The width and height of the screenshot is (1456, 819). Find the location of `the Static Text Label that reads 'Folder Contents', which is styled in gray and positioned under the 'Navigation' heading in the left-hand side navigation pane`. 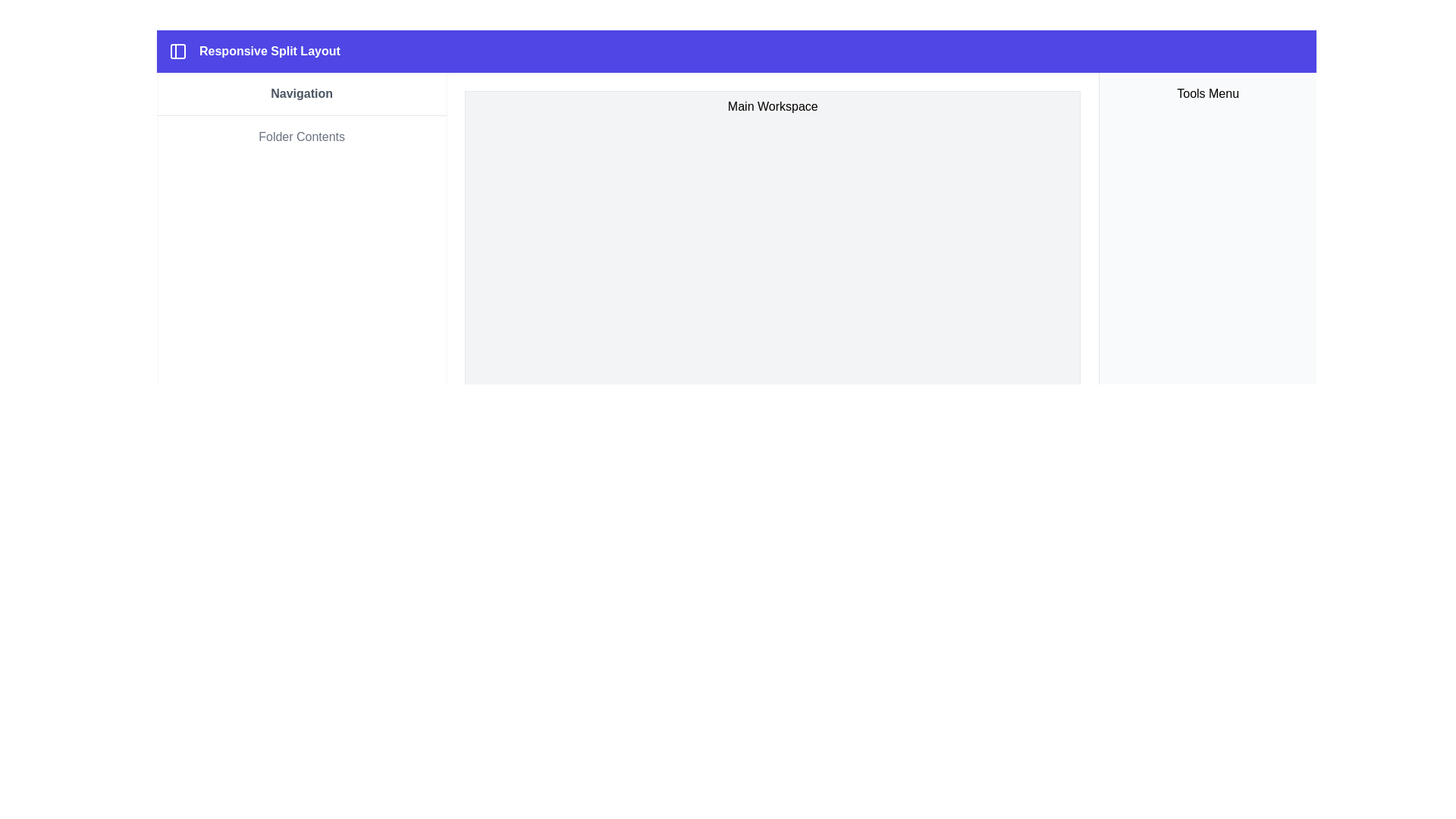

the Static Text Label that reads 'Folder Contents', which is styled in gray and positioned under the 'Navigation' heading in the left-hand side navigation pane is located at coordinates (302, 137).